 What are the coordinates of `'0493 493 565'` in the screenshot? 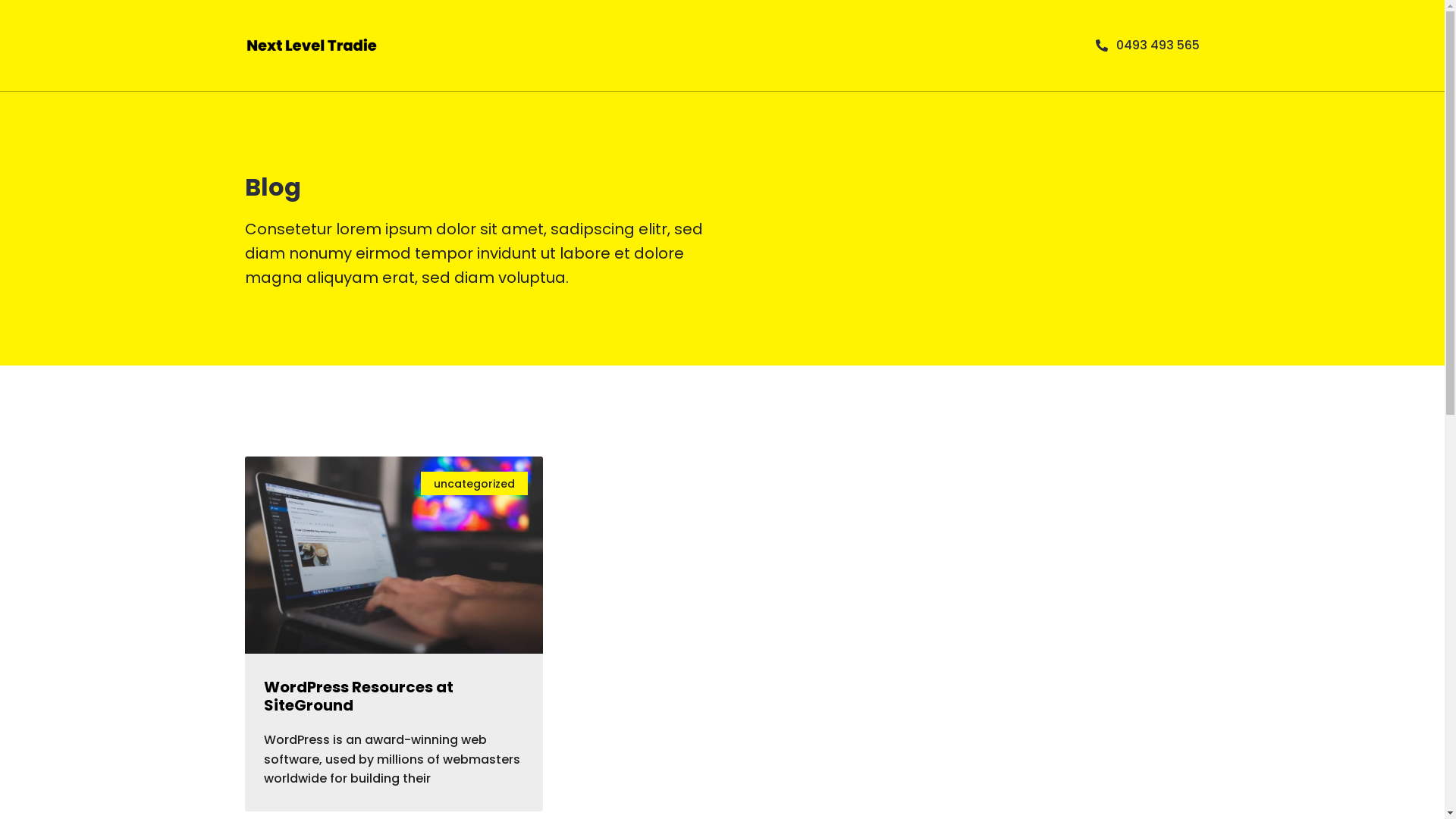 It's located at (1146, 45).